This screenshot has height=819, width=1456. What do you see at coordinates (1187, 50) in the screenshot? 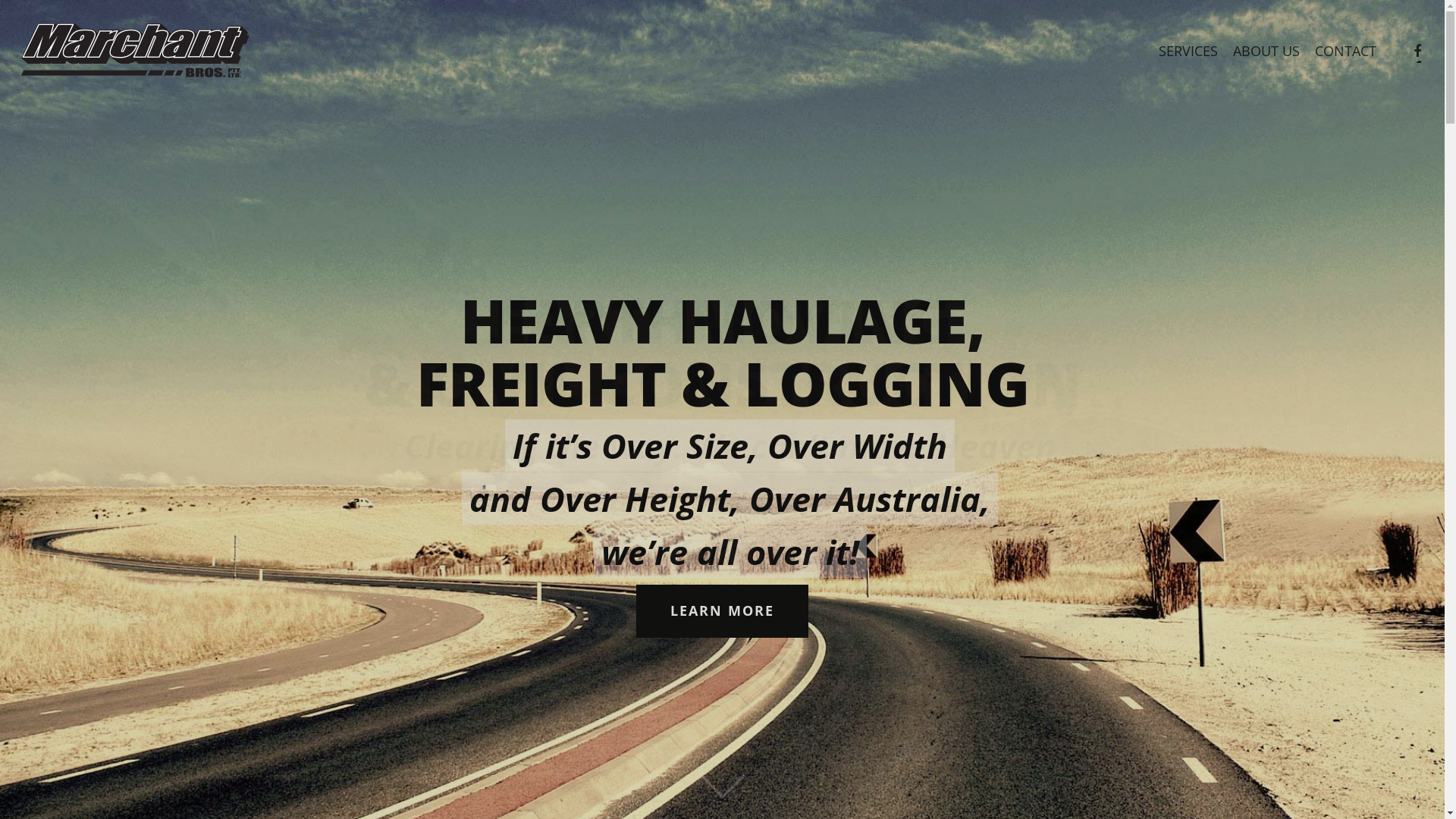
I see `'SERVICES'` at bounding box center [1187, 50].